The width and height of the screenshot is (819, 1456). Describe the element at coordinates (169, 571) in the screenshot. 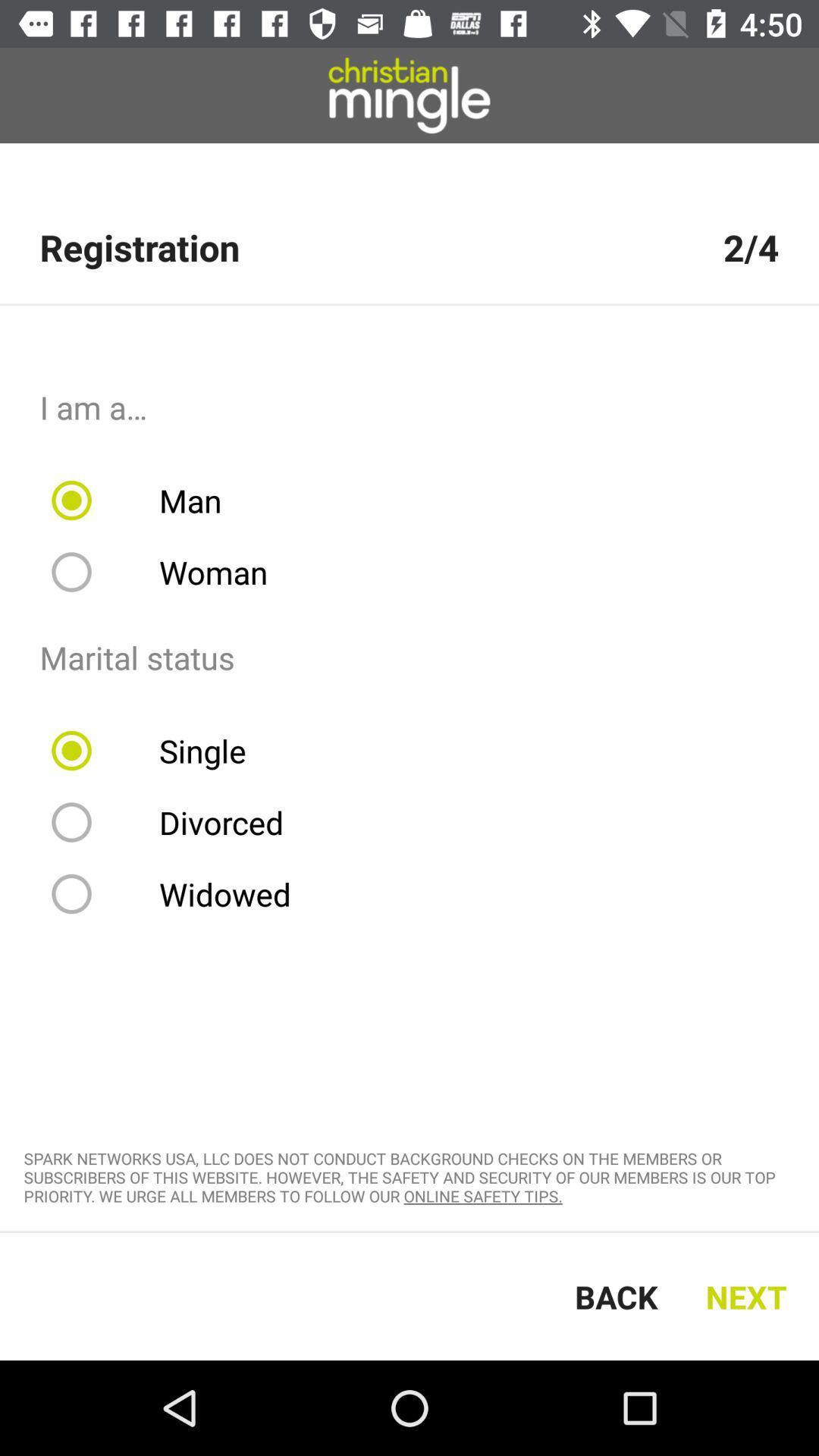

I see `item above the marital status item` at that location.